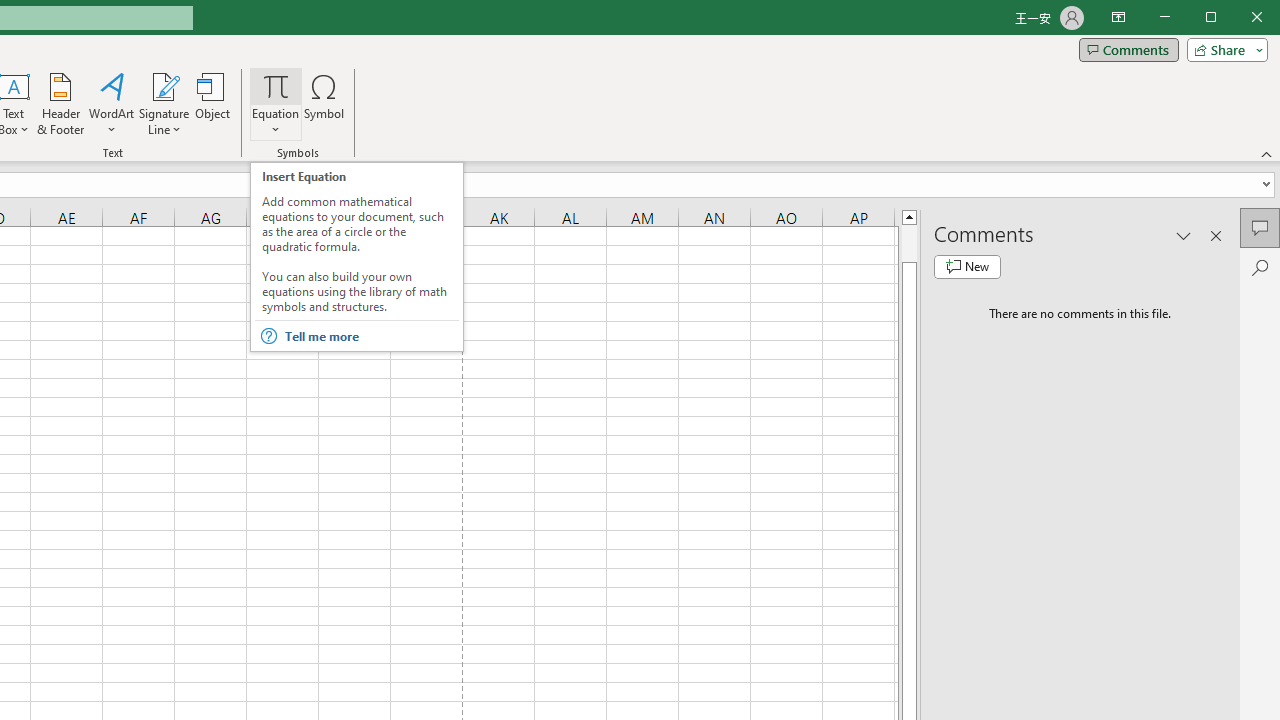 This screenshot has width=1280, height=720. Describe the element at coordinates (164, 104) in the screenshot. I see `'Signature Line'` at that location.